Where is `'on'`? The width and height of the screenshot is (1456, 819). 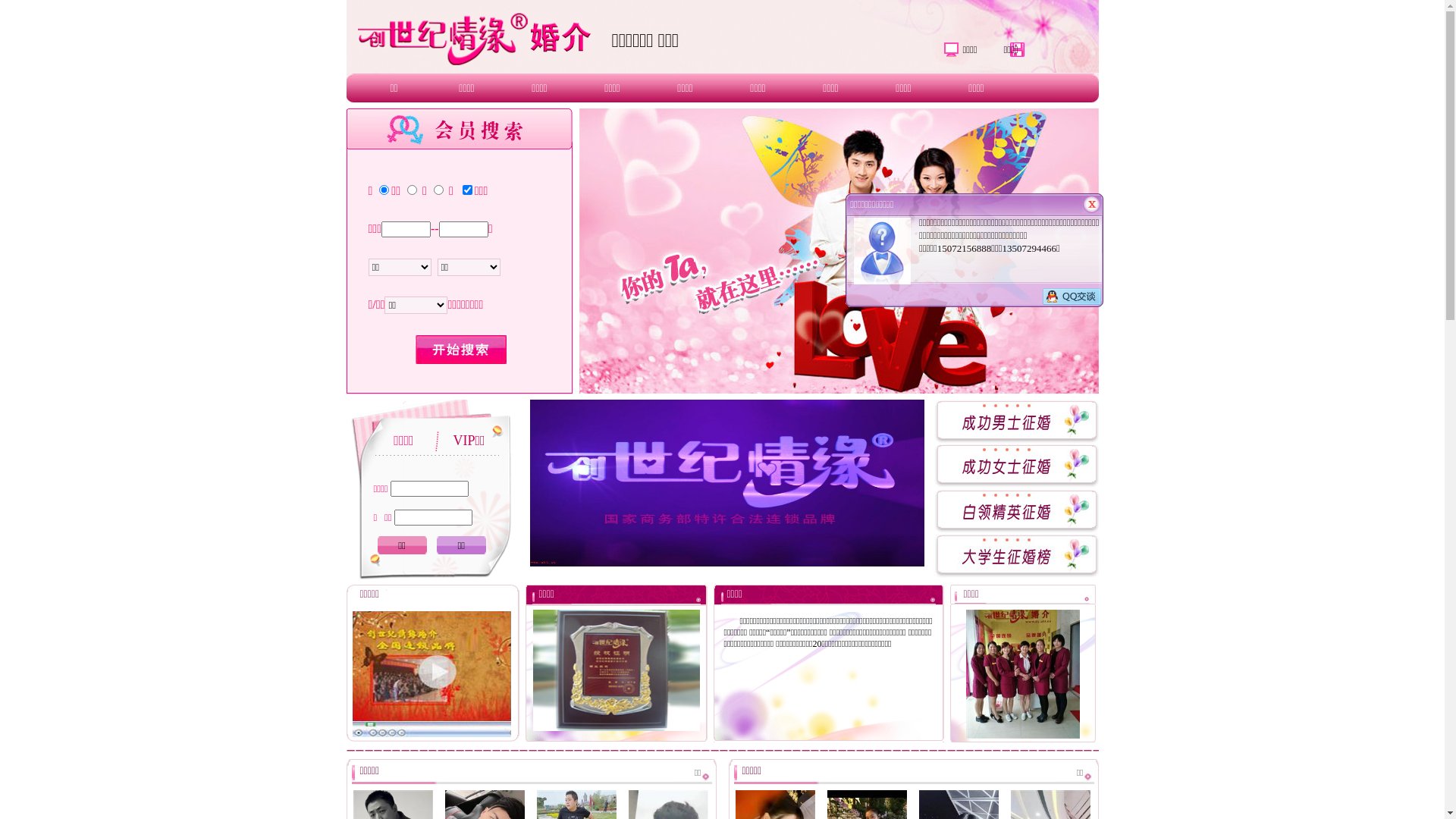 'on' is located at coordinates (466, 189).